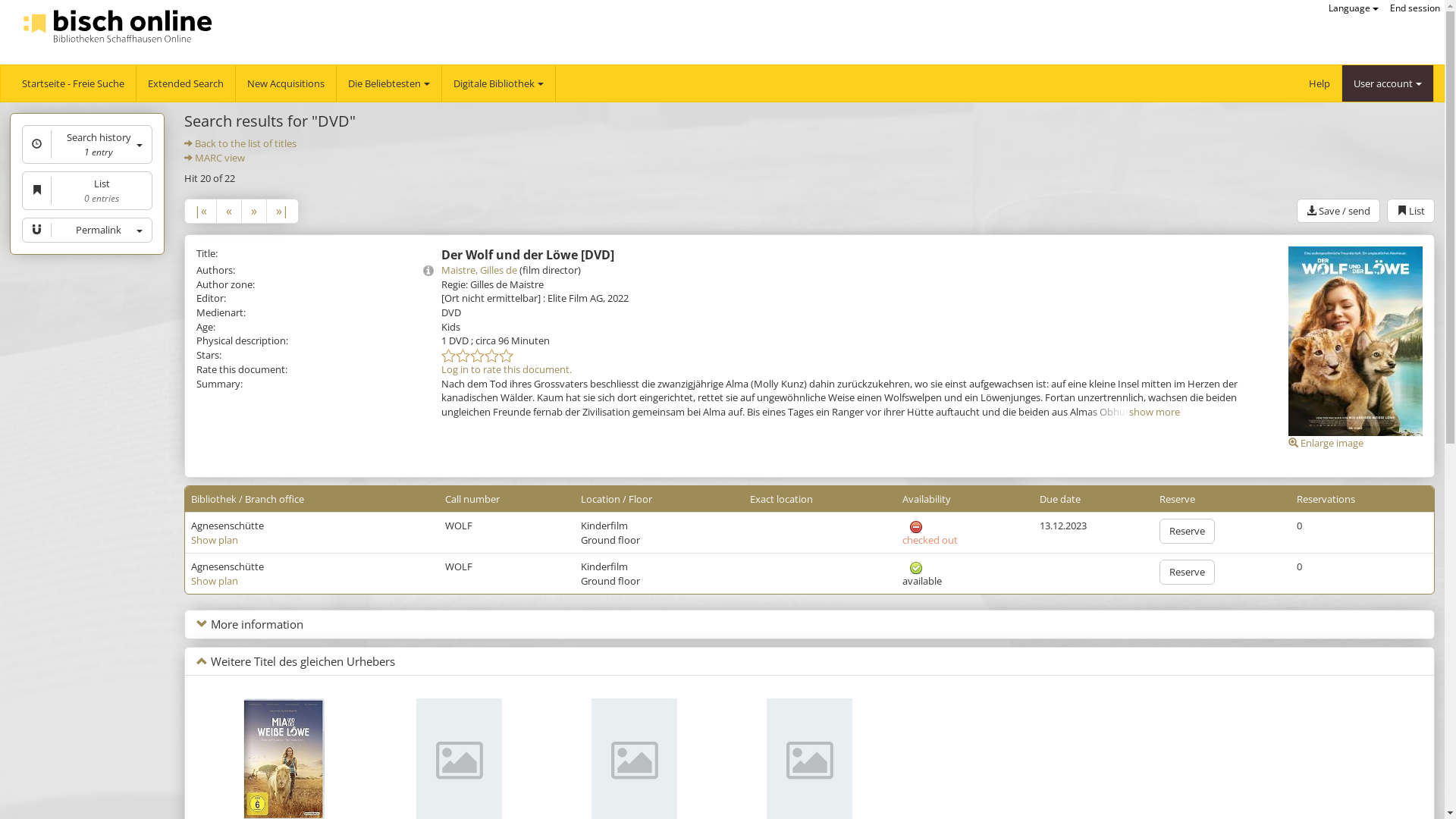  Describe the element at coordinates (285, 83) in the screenshot. I see `'New Acquisitions'` at that location.